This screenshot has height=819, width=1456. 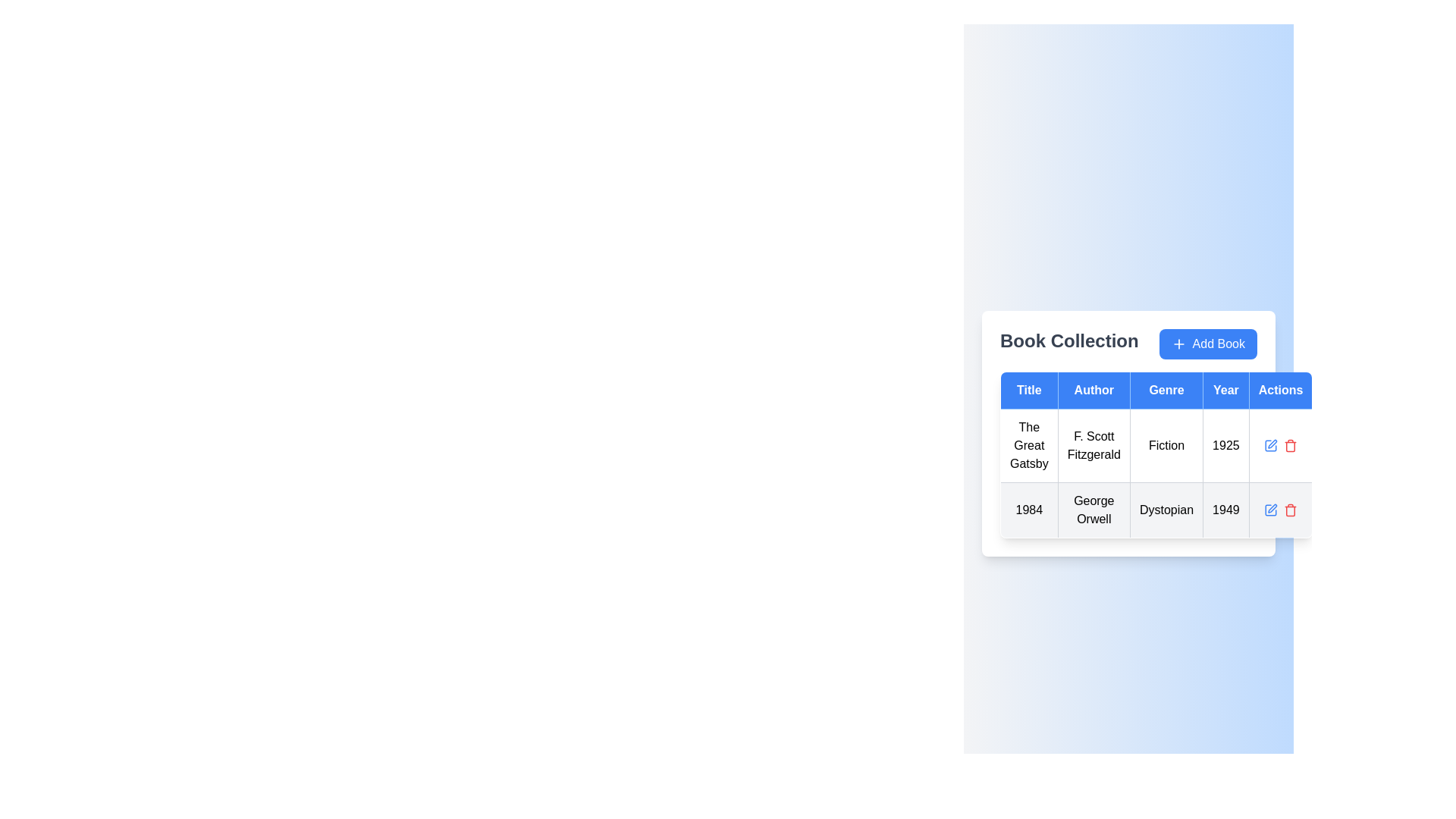 I want to click on the edit button/icon in the 'Actions' column of the second row in the 'Book Collection' table for accessibility purposes, so click(x=1270, y=510).